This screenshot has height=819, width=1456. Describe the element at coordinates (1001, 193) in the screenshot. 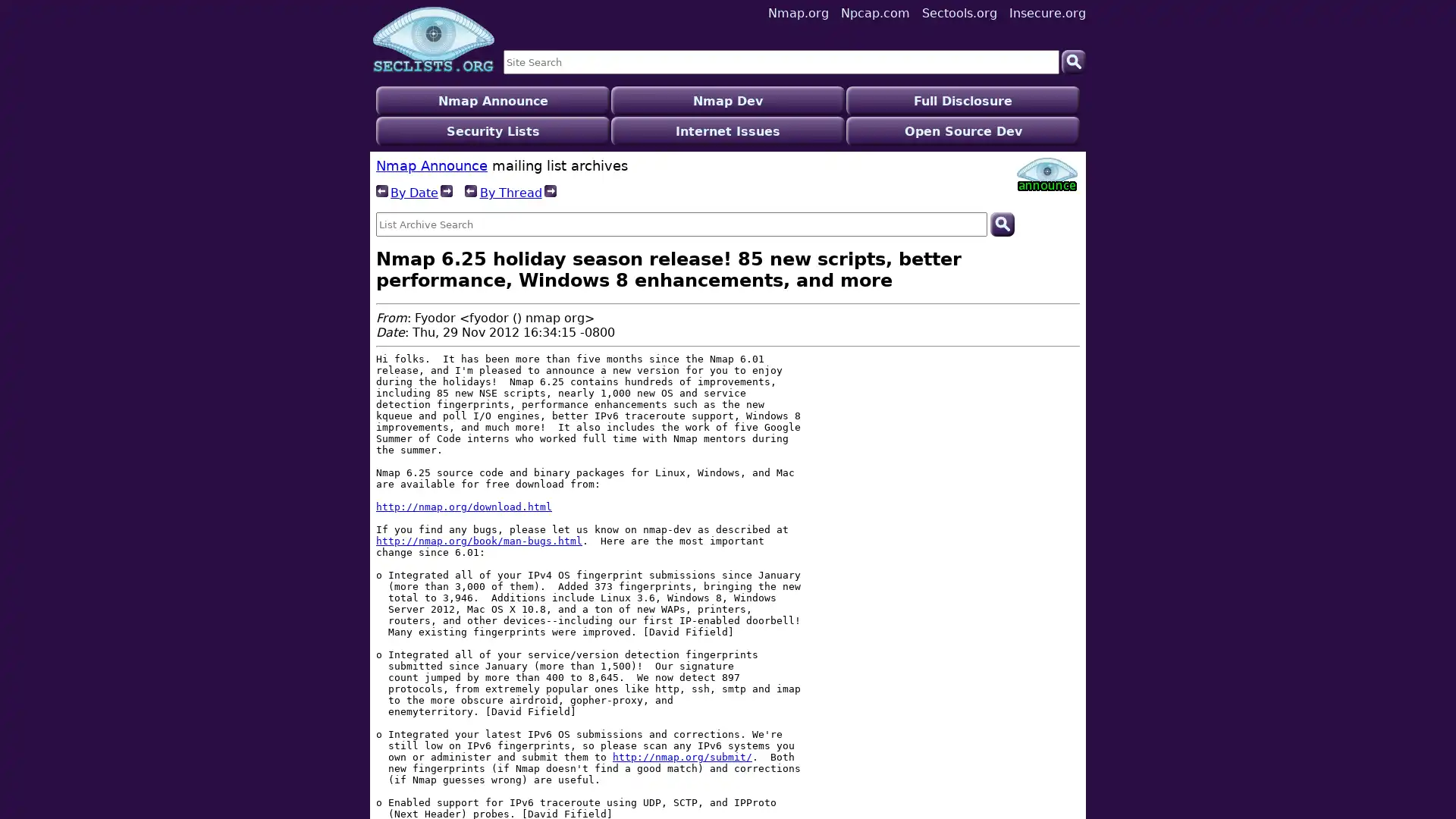

I see `Search` at that location.